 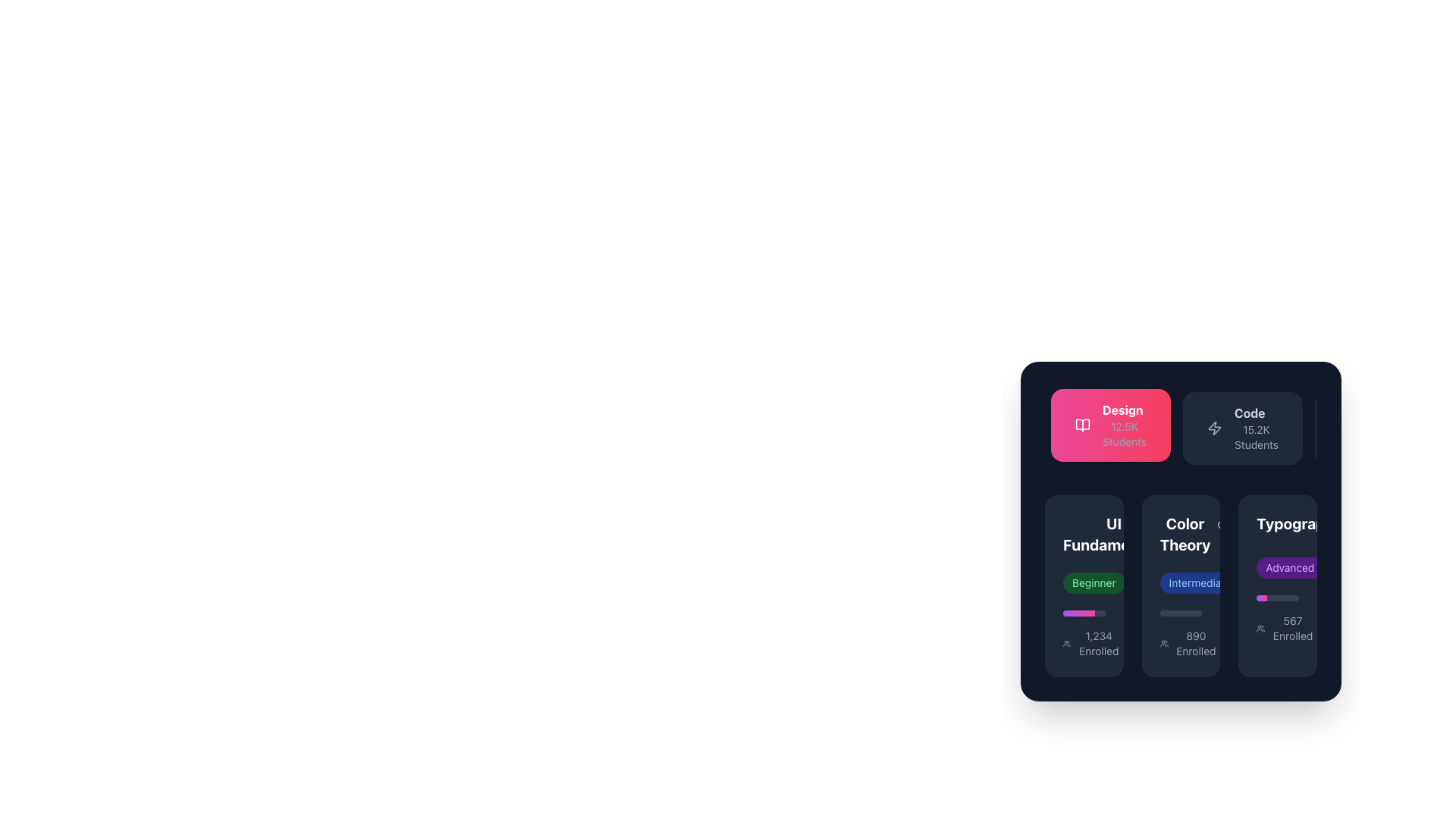 I want to click on the small circular clock face icon that is visually aligned with the text label displaying '1h 45m', so click(x=1256, y=582).